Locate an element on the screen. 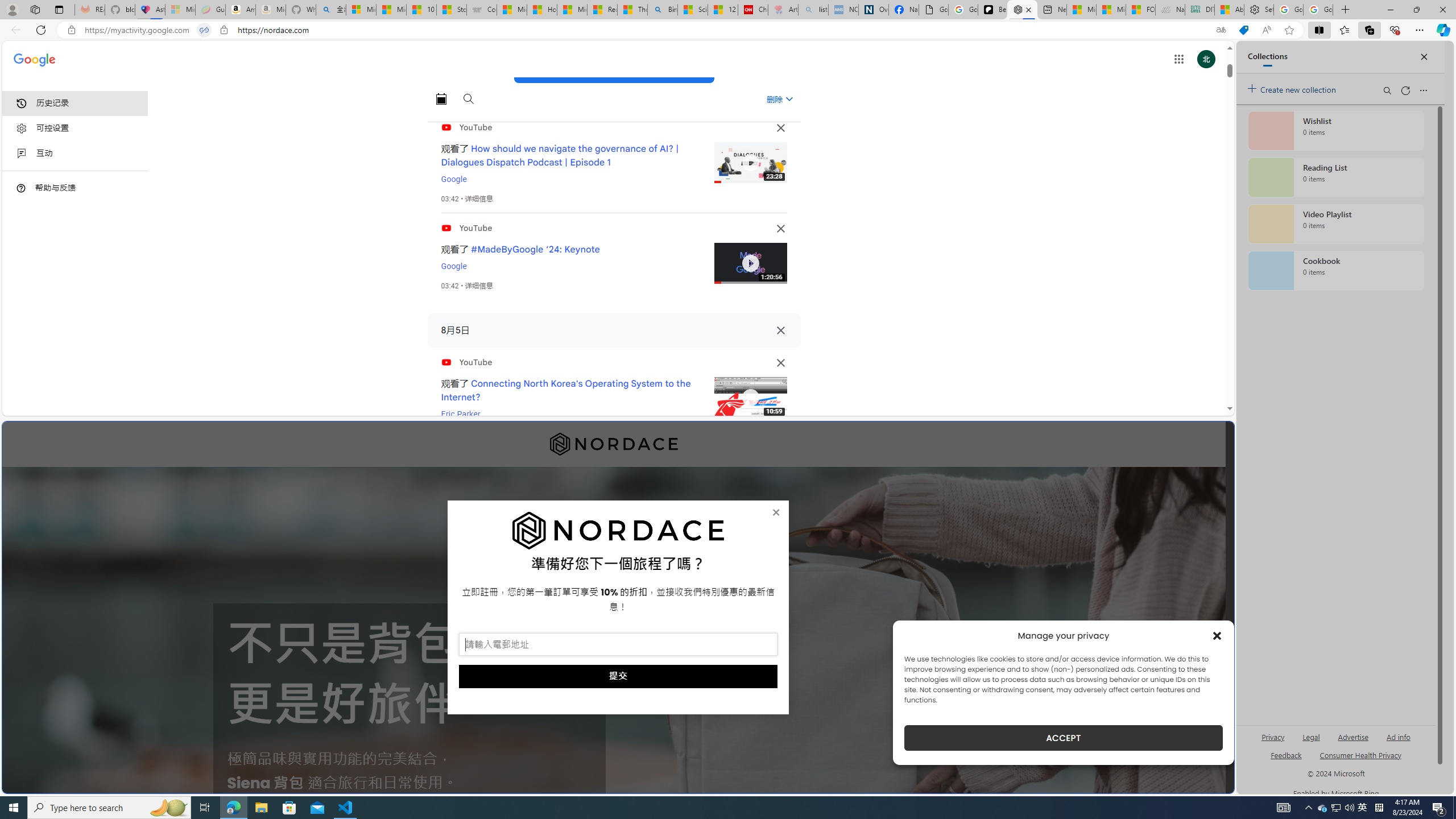  'Class: cmplz-close' is located at coordinates (1217, 635).